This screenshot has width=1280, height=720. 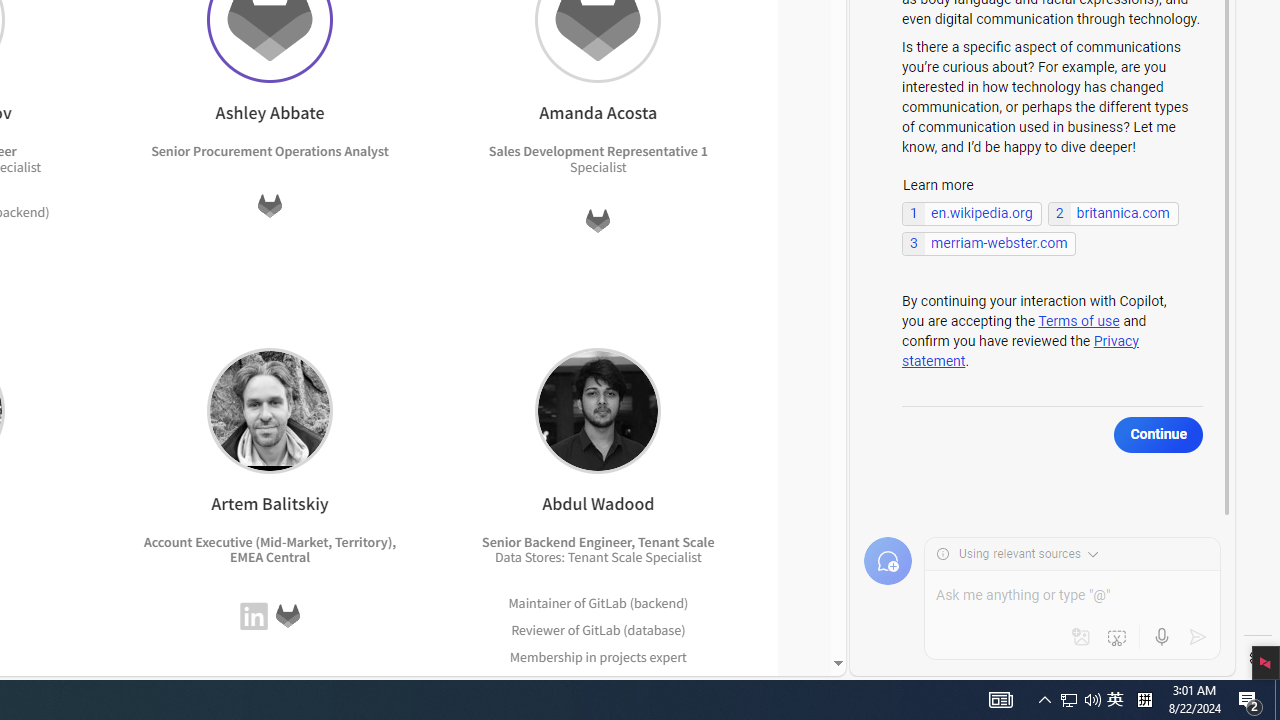 I want to click on 'Membership in groups expert', so click(x=598, y=682).